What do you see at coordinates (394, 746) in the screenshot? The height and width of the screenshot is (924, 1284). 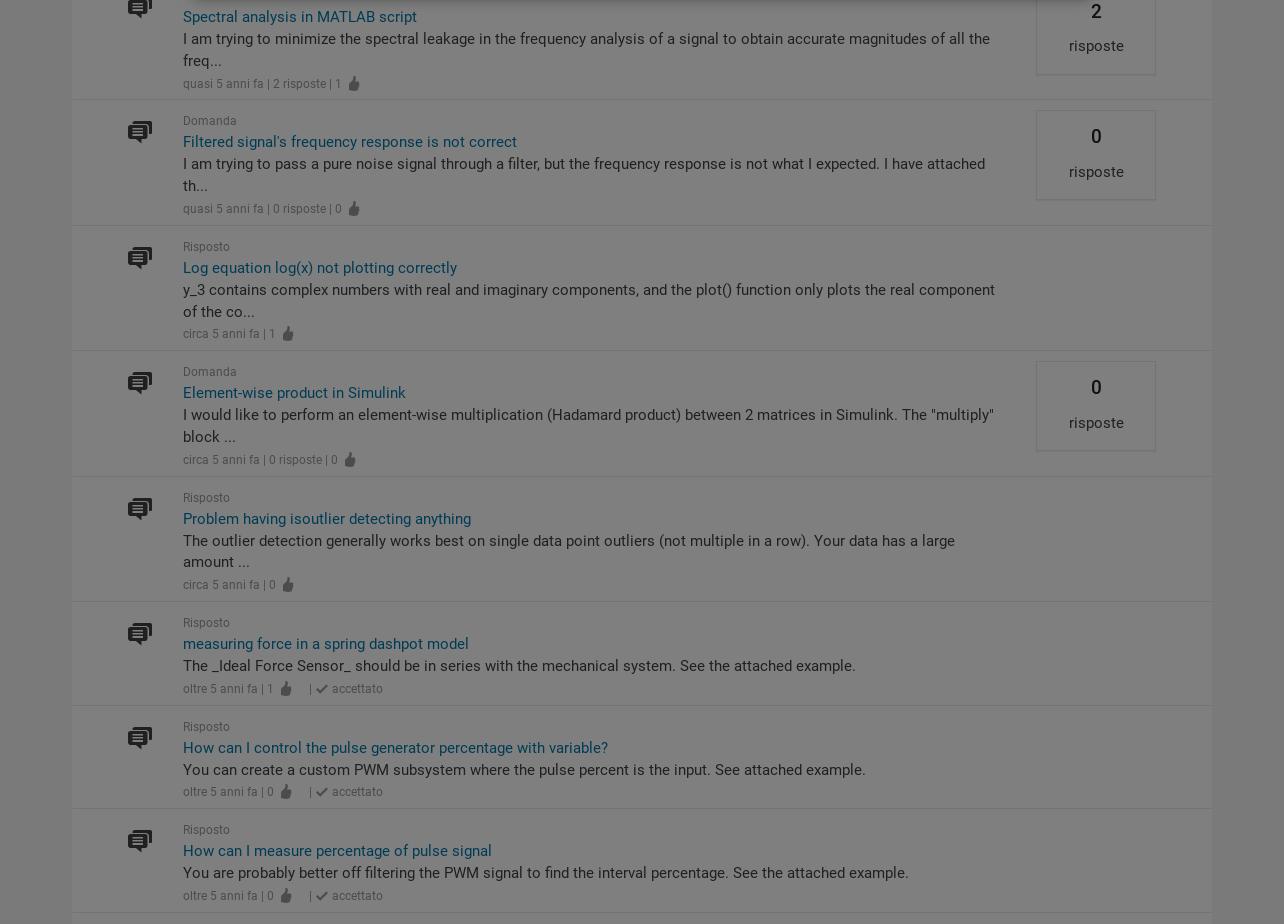 I see `'How can I control the pulse generator percentage with variable?'` at bounding box center [394, 746].